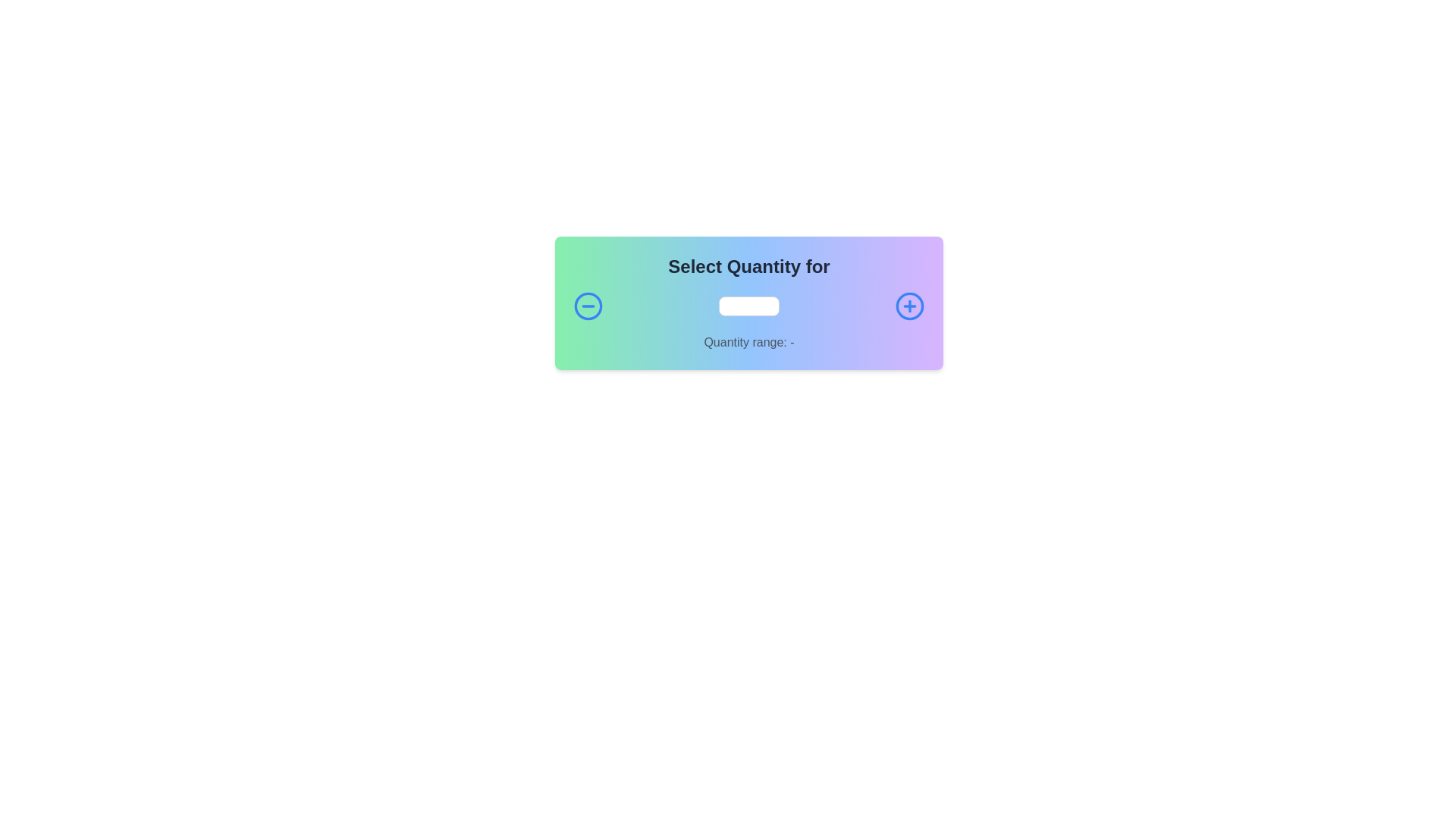 This screenshot has height=819, width=1456. Describe the element at coordinates (588, 306) in the screenshot. I see `the circular minus button with a blue outline, located to the left of the label 'Select Quantity for' in the card-like interface` at that location.